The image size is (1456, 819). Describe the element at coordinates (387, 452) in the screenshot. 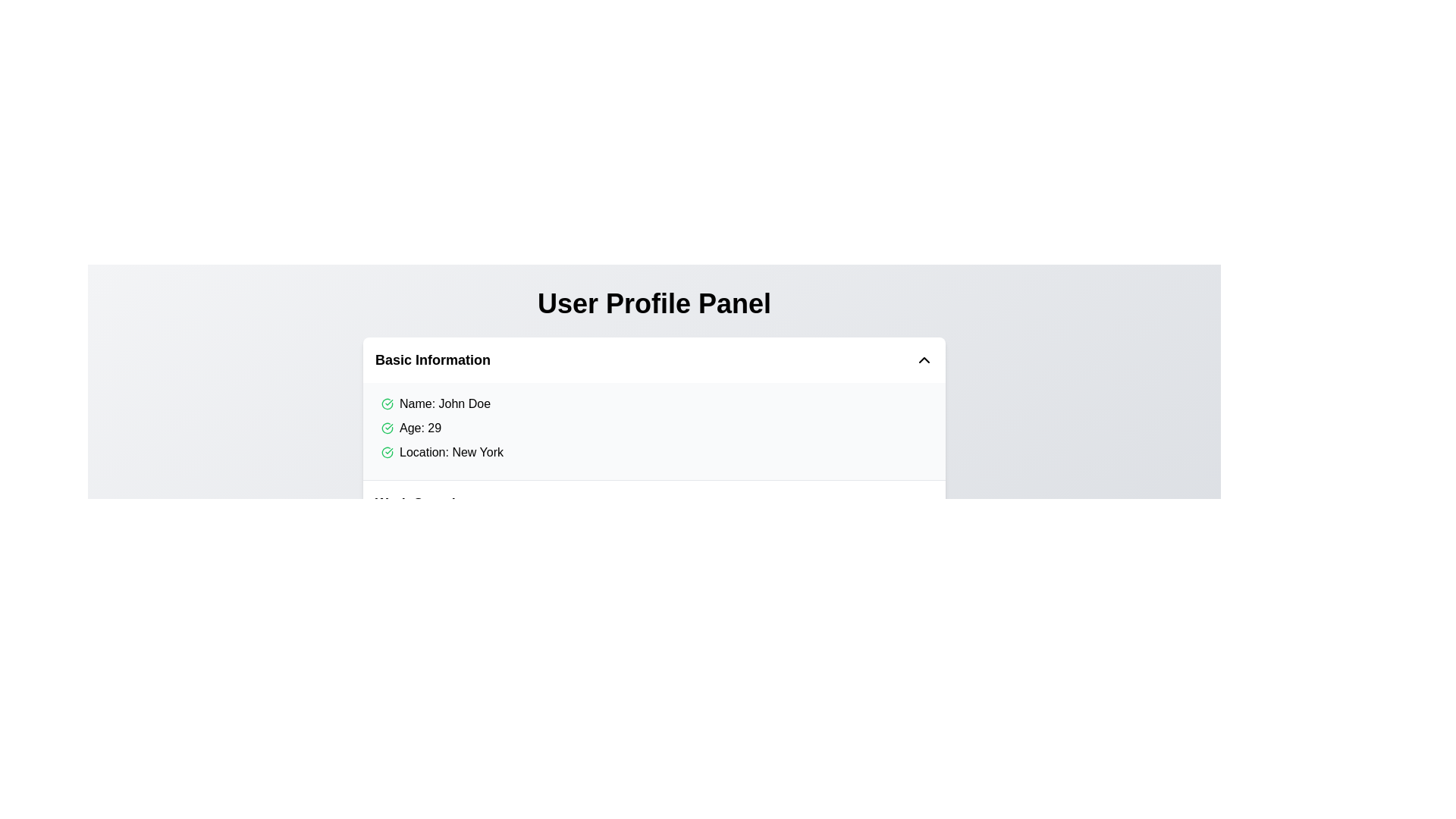

I see `the verified status icon located to the left of the 'Location: New York' text in the 'Basic Information' section of the 'User Profile Panel'` at that location.